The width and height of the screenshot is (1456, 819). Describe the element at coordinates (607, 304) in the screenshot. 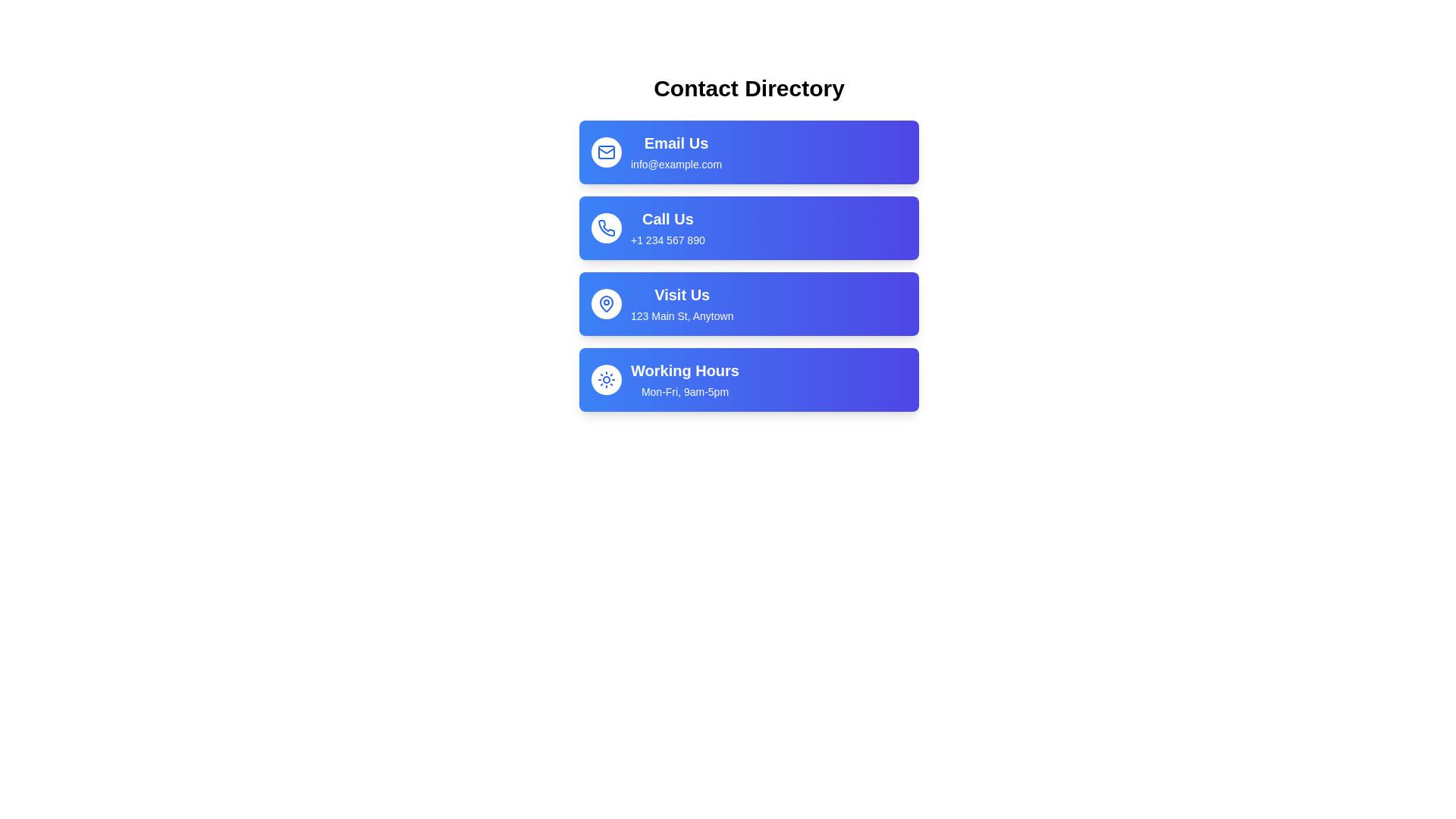

I see `the decorative icon representing the 'Visit Us' card located in the Contact Directory section, positioned to the left of the text 'Visit Us' and '123 Main St, Anytown'` at that location.